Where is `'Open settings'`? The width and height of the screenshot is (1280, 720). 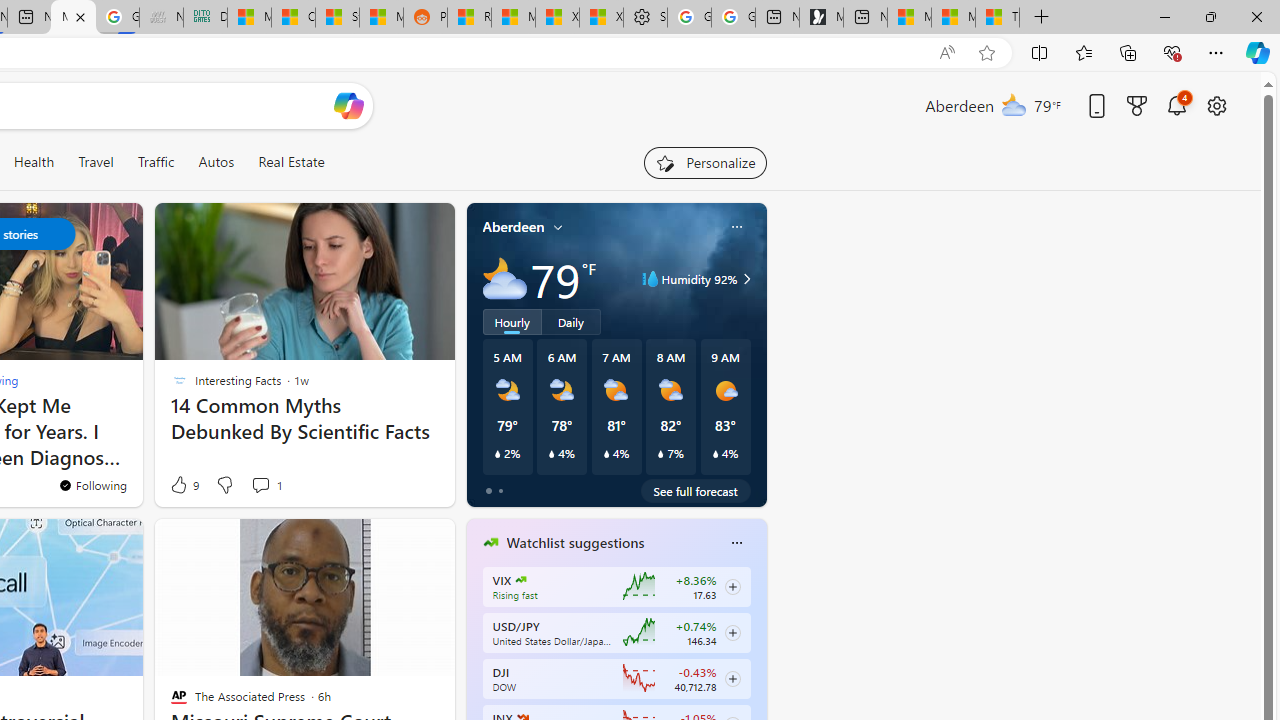 'Open settings' is located at coordinates (1215, 105).